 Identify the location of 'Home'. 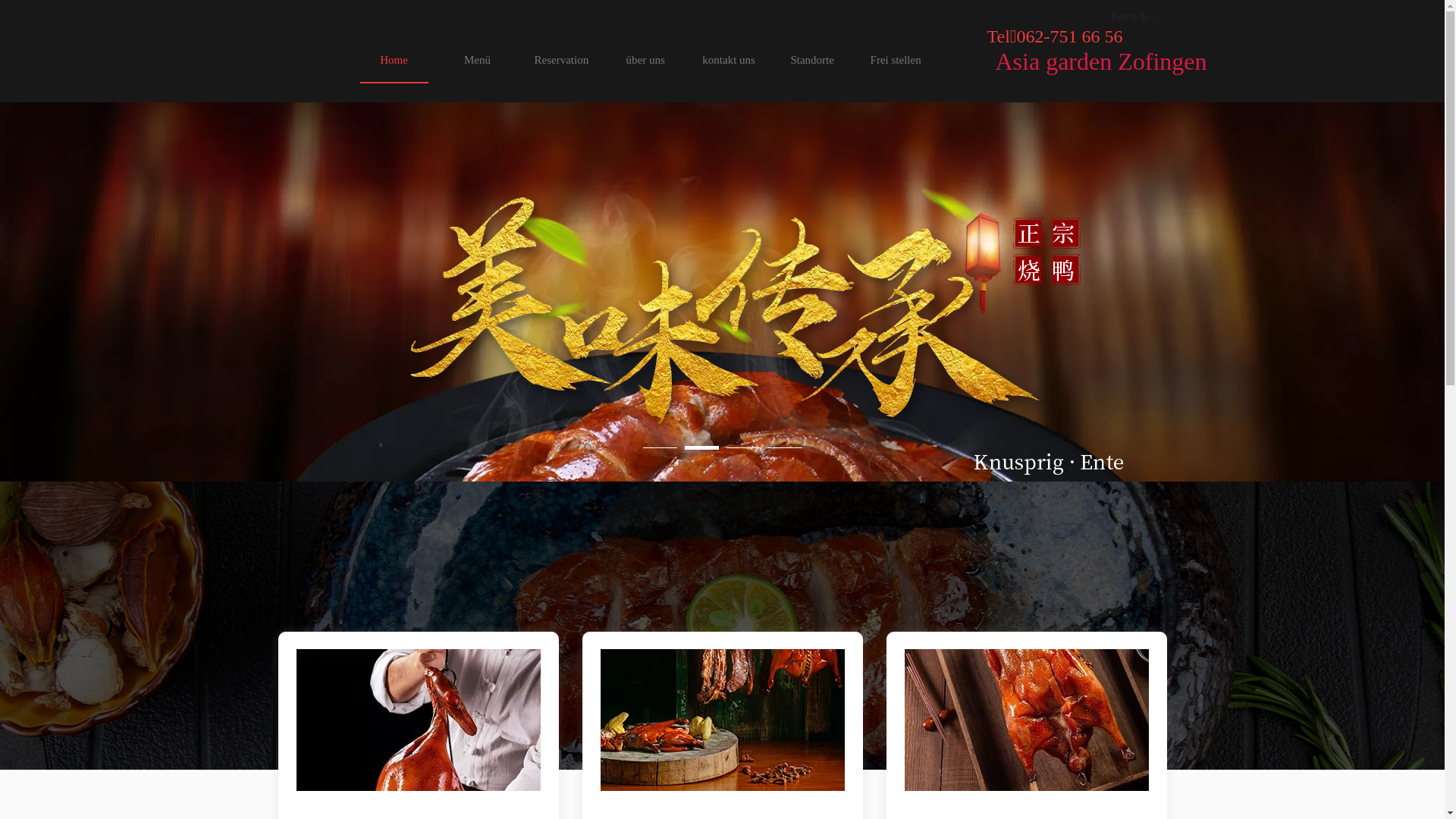
(393, 58).